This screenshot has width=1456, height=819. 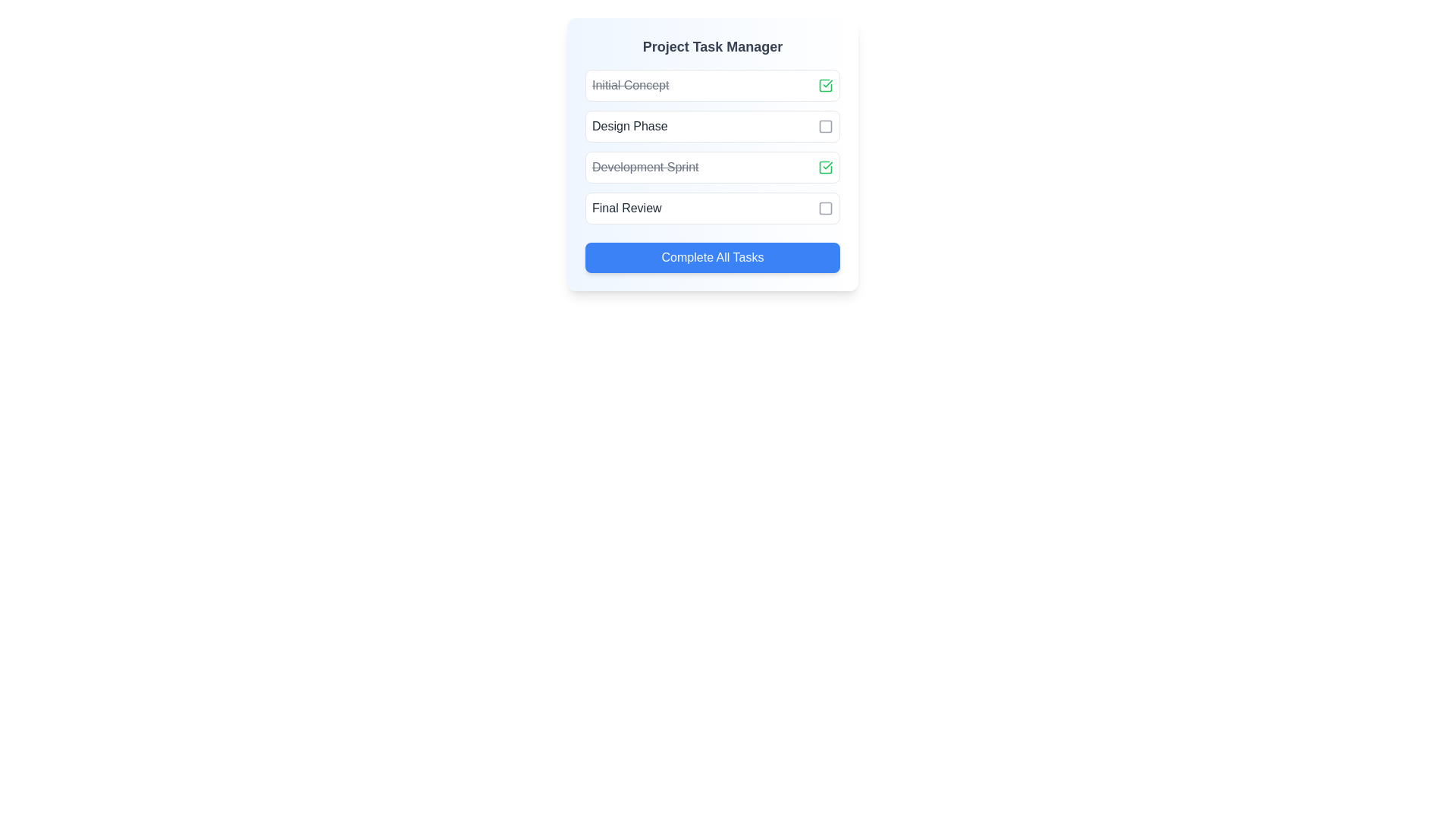 What do you see at coordinates (825, 125) in the screenshot?
I see `the checkbox or task marker icon for the 'Design Phase' task` at bounding box center [825, 125].